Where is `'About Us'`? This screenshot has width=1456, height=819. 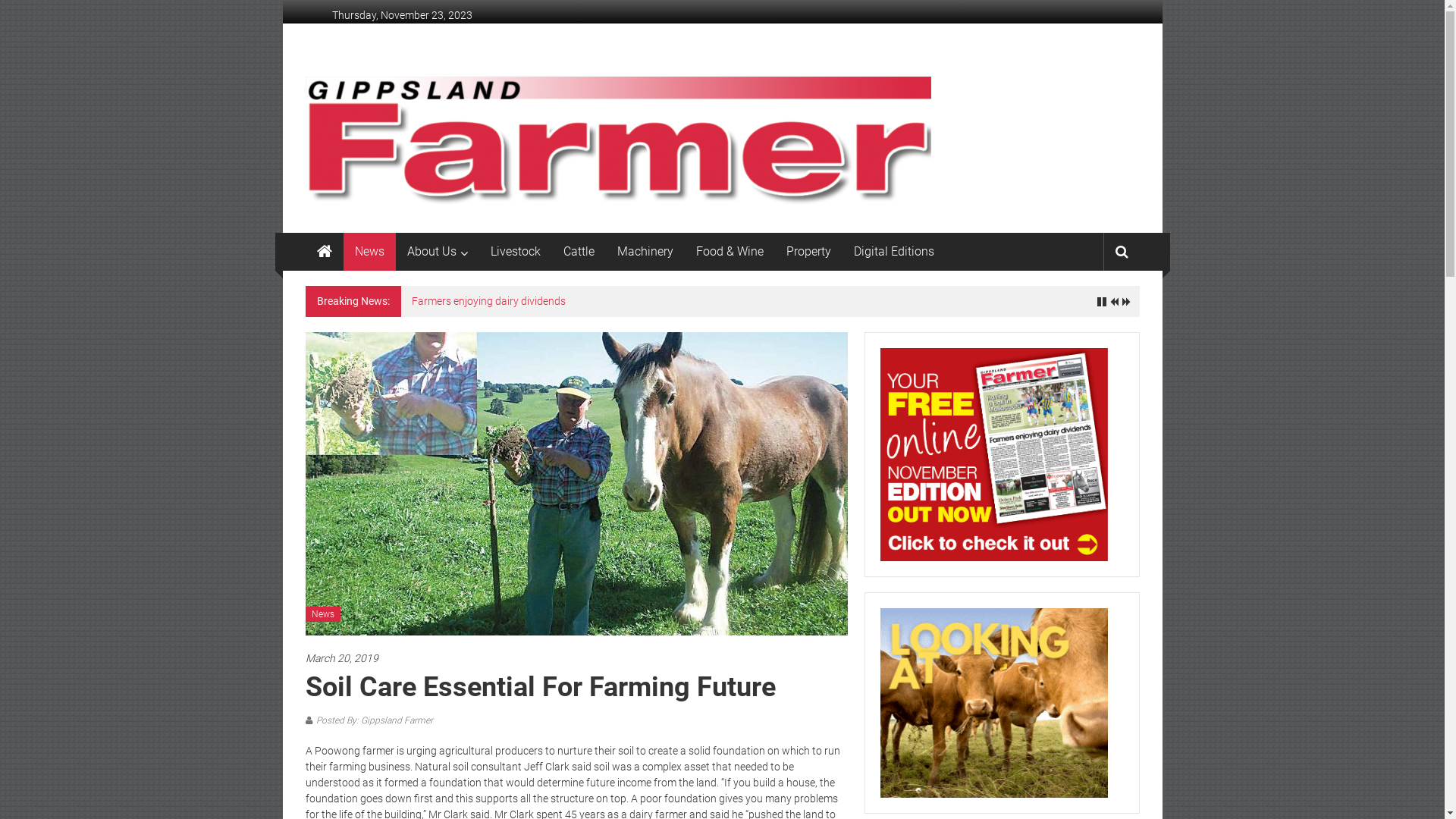
'About Us' is located at coordinates (406, 250).